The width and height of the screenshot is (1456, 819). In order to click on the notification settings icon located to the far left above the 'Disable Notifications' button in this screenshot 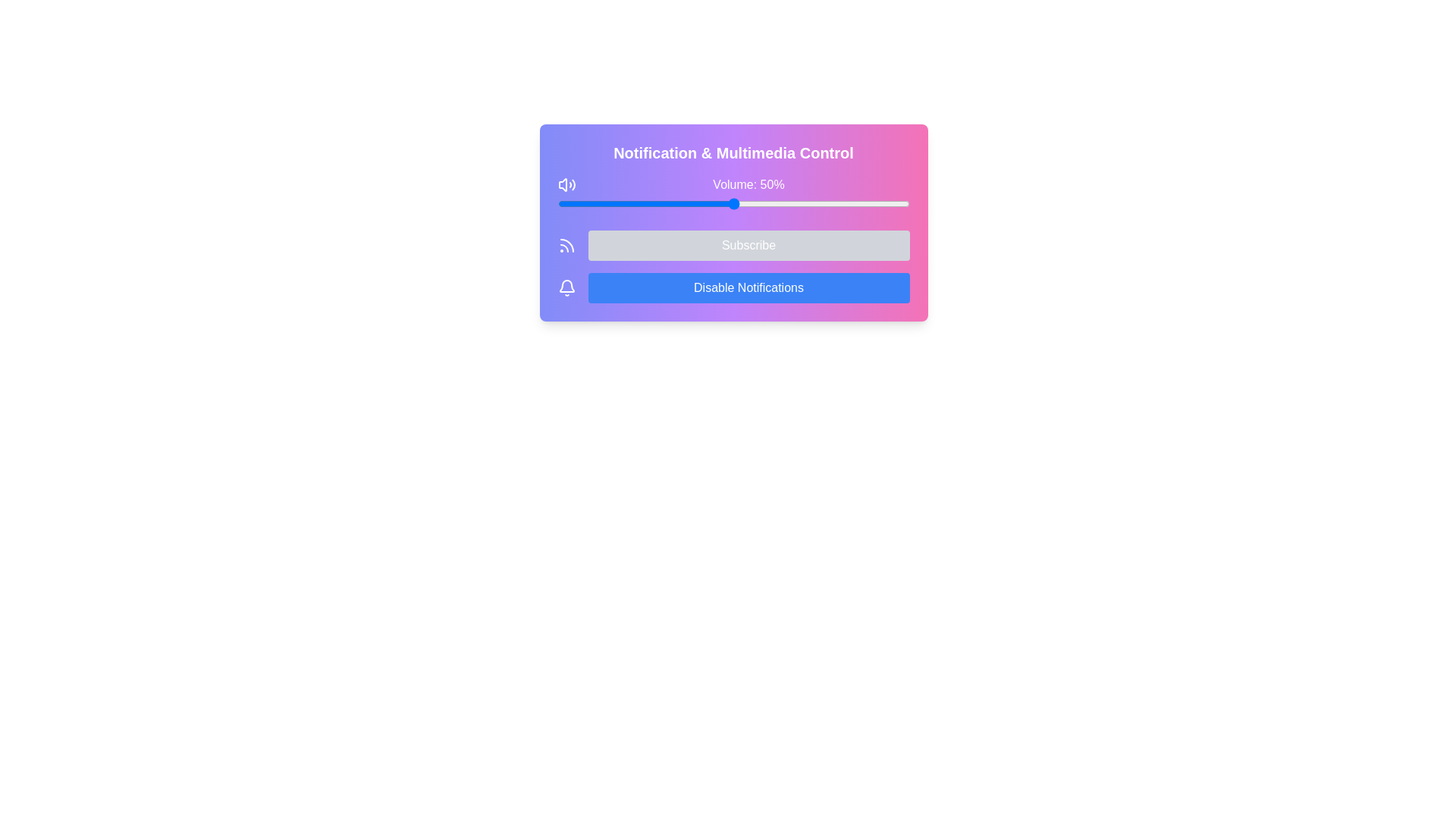, I will do `click(566, 288)`.